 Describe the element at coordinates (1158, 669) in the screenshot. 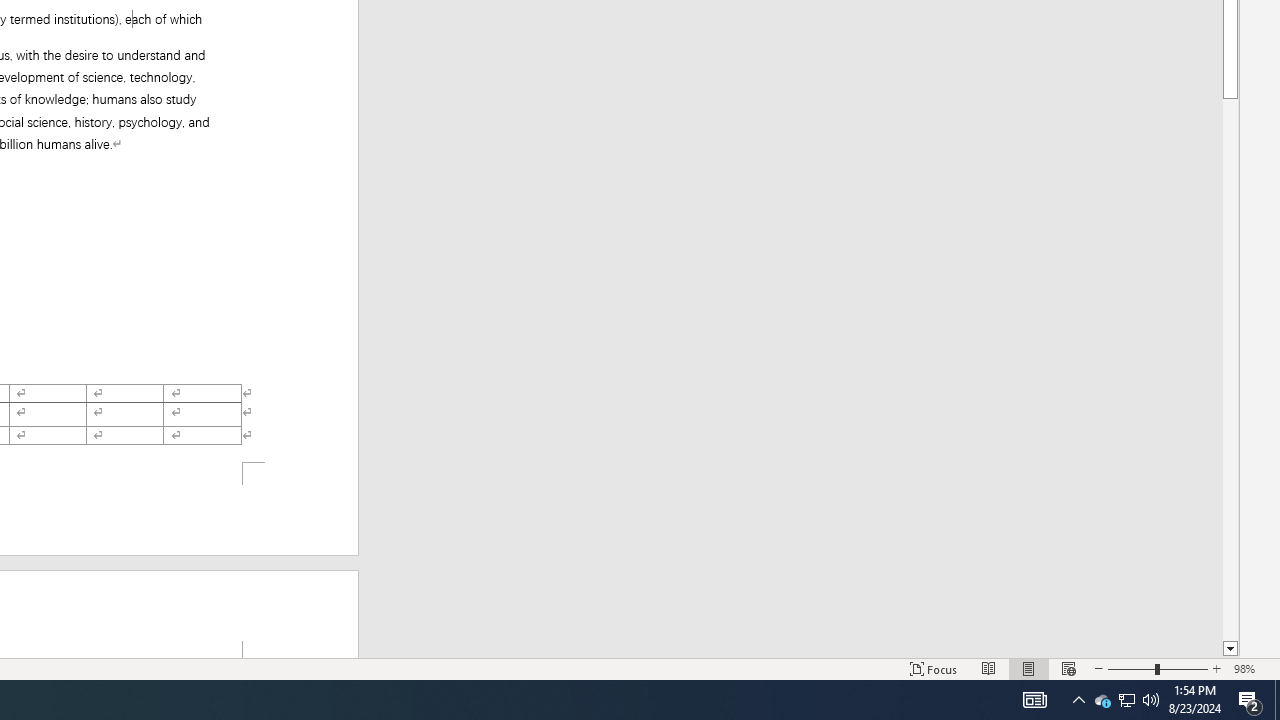

I see `'Zoom'` at that location.